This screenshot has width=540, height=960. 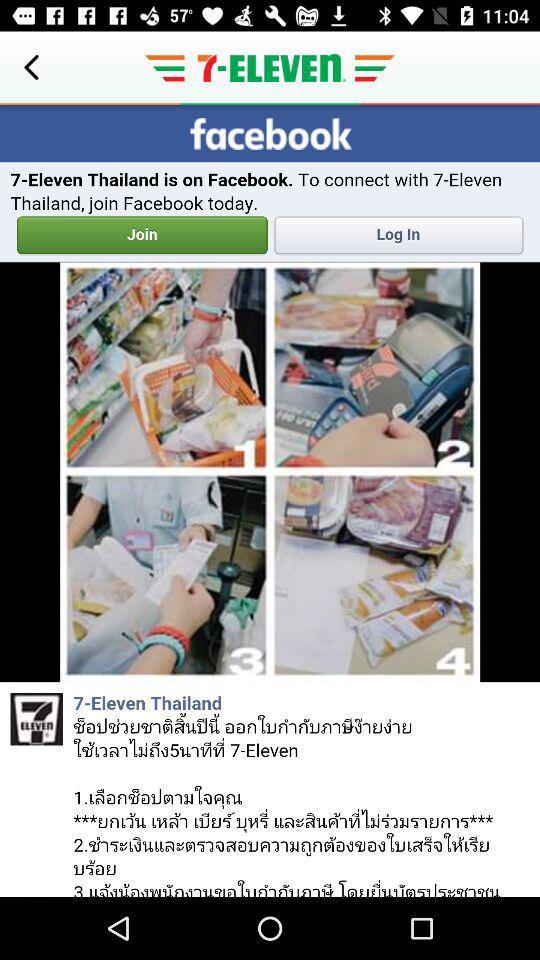 What do you see at coordinates (30, 68) in the screenshot?
I see `prior page arrow` at bounding box center [30, 68].